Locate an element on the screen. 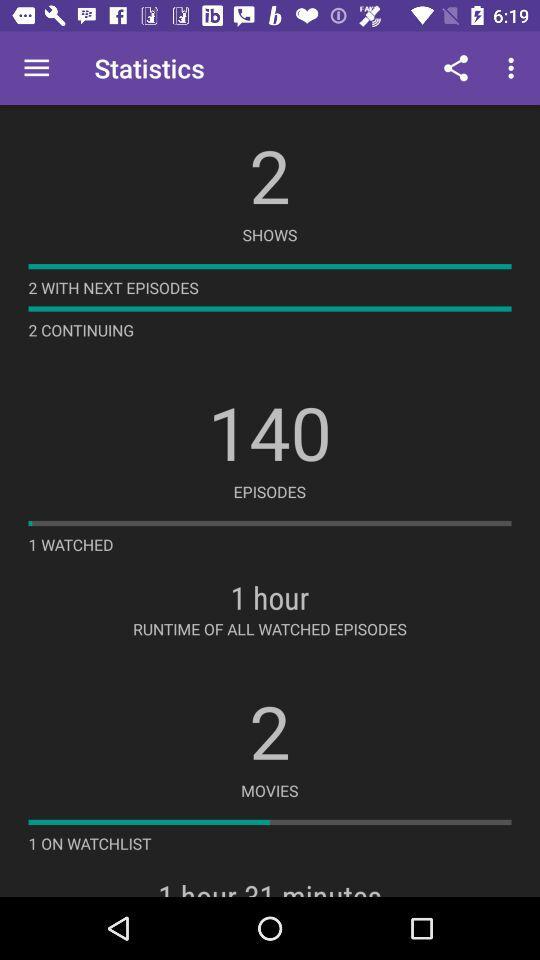 This screenshot has height=960, width=540. icon above the episodes icon is located at coordinates (270, 432).